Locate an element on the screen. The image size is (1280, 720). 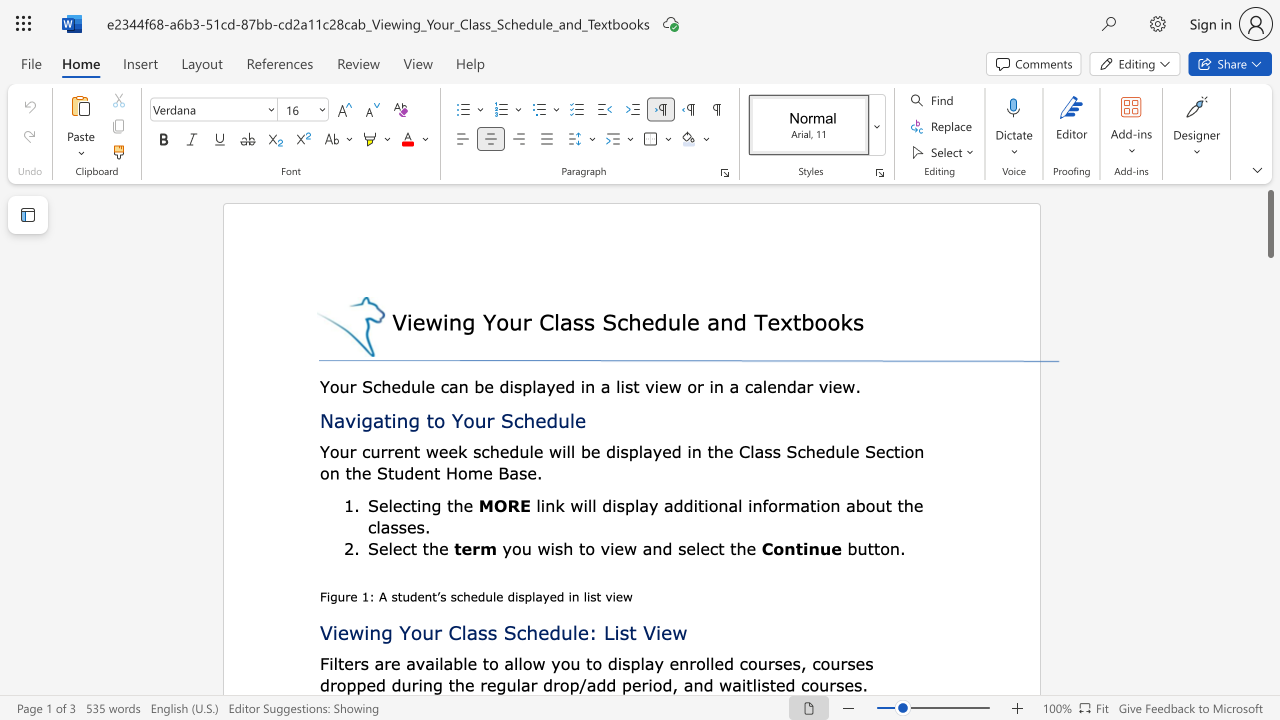
the scrollbar on the side is located at coordinates (1269, 688).